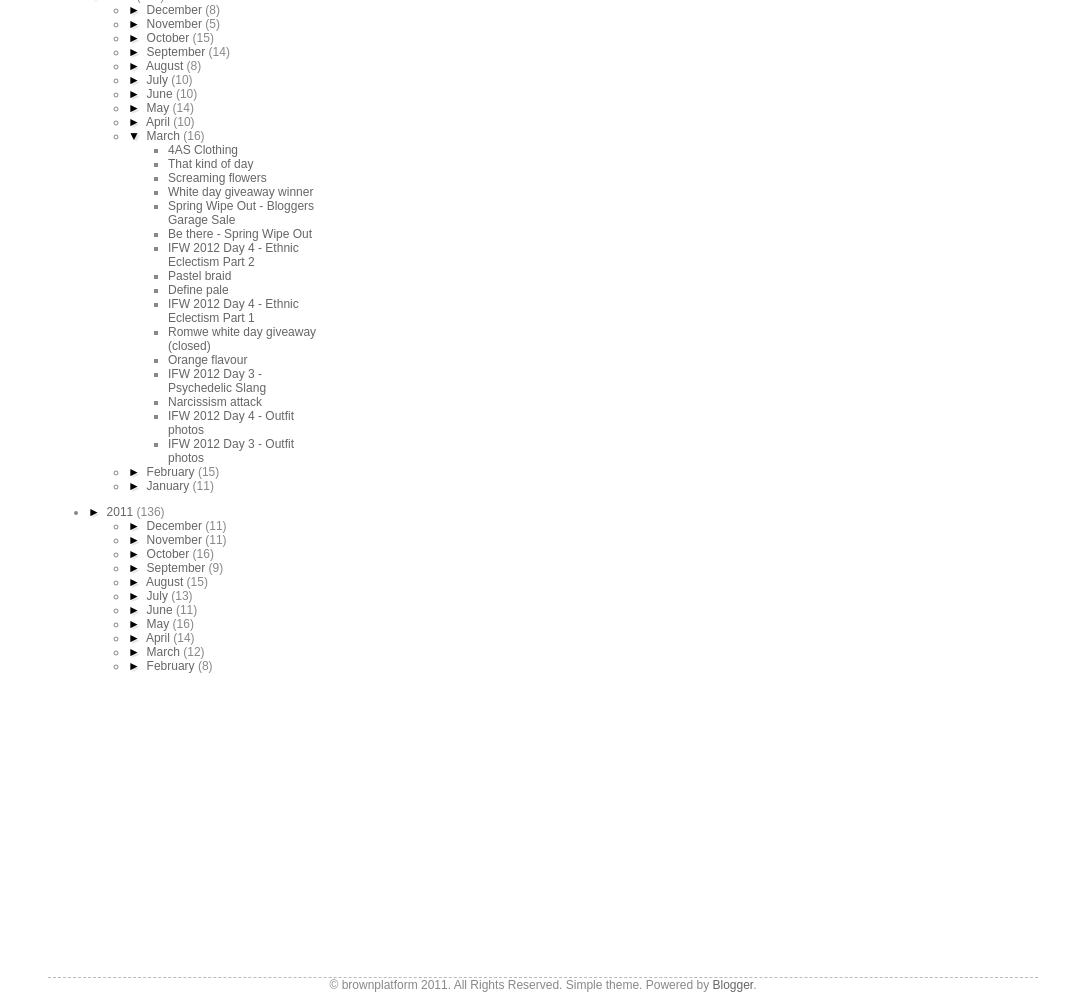 The width and height of the screenshot is (1078, 1005). Describe the element at coordinates (212, 23) in the screenshot. I see `'(5)'` at that location.